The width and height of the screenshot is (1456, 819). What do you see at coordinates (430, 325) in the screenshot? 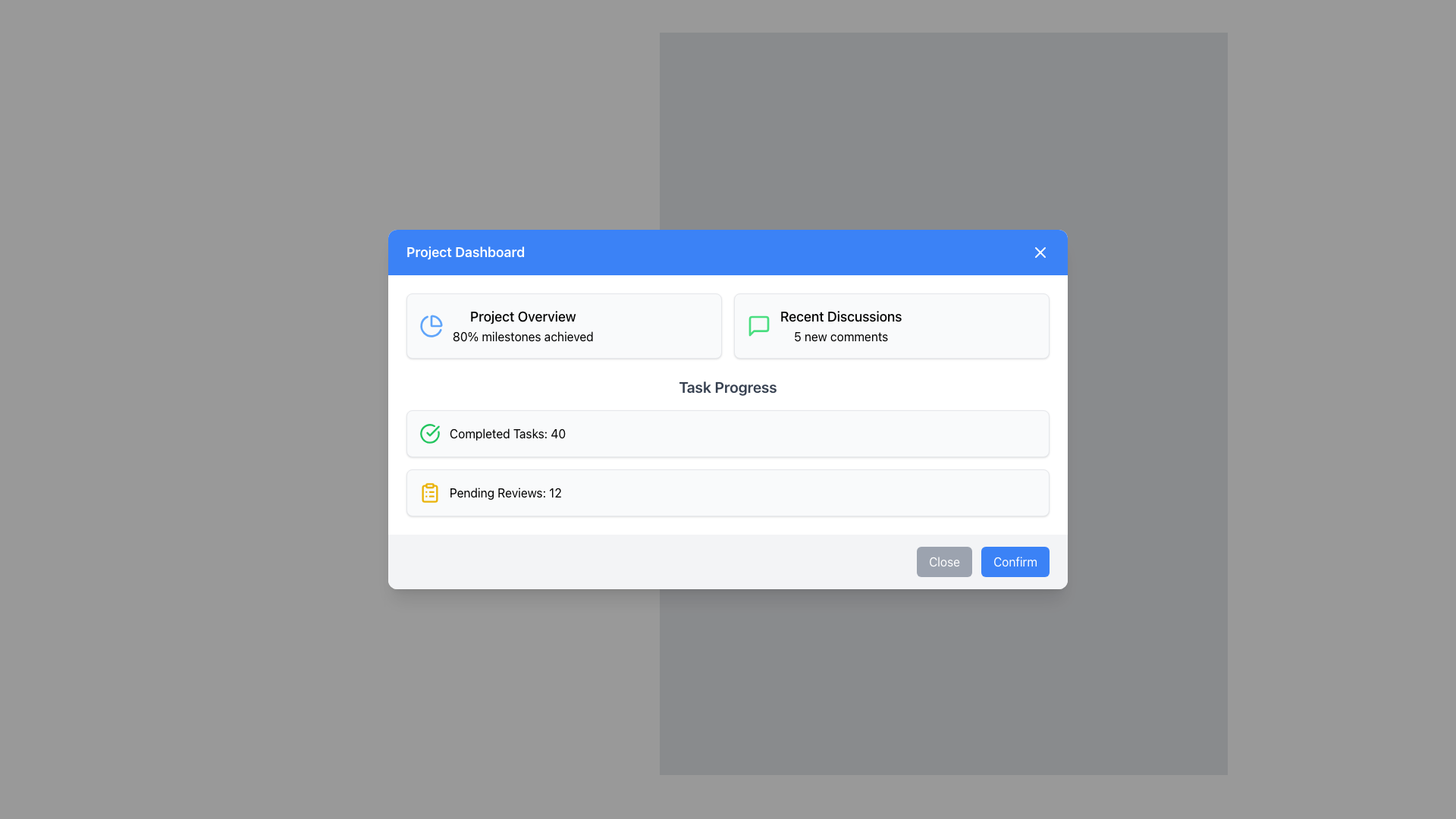
I see `the second slice of the pie chart icon within the 'Project Overview' card that is labeled with '80% milestones achieved'` at bounding box center [430, 325].